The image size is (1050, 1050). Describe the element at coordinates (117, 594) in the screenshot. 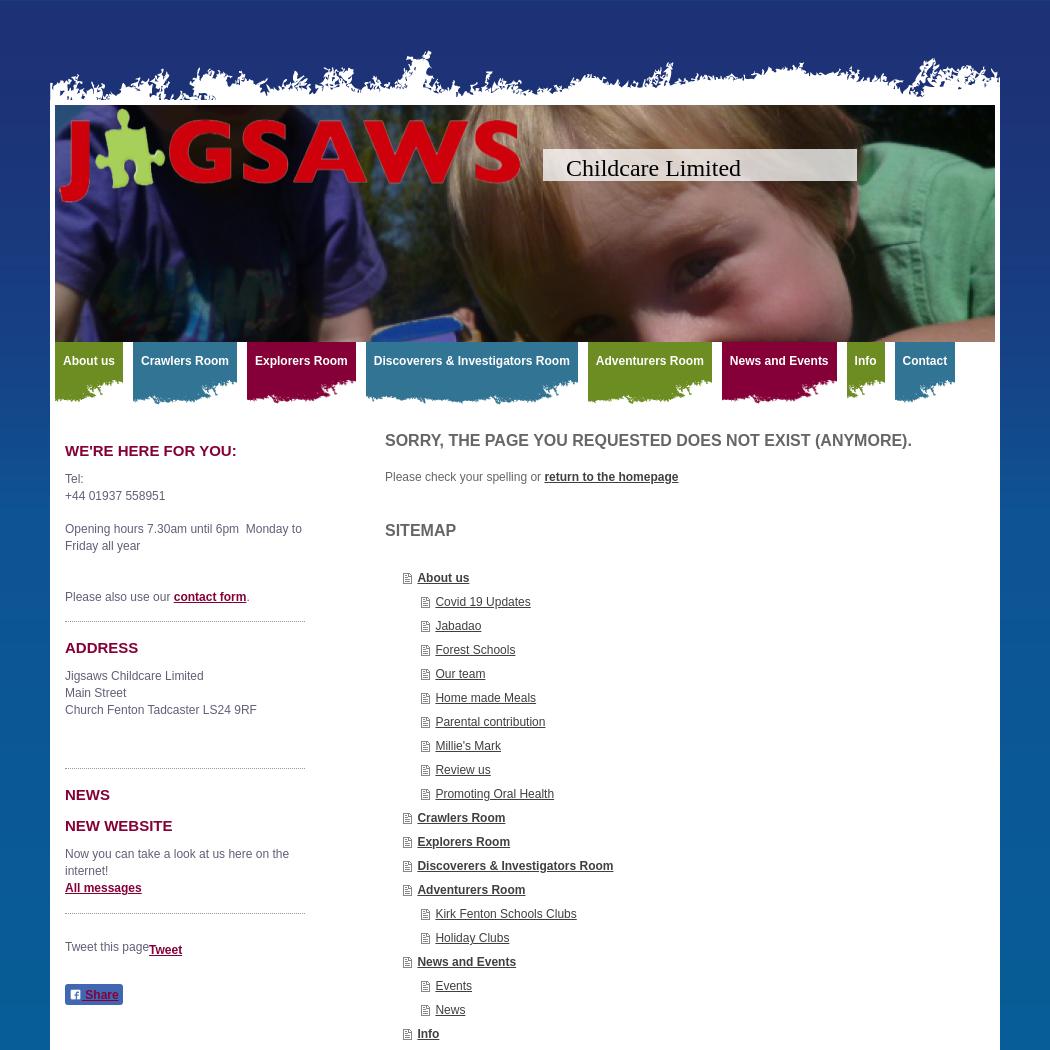

I see `'Please also use our'` at that location.